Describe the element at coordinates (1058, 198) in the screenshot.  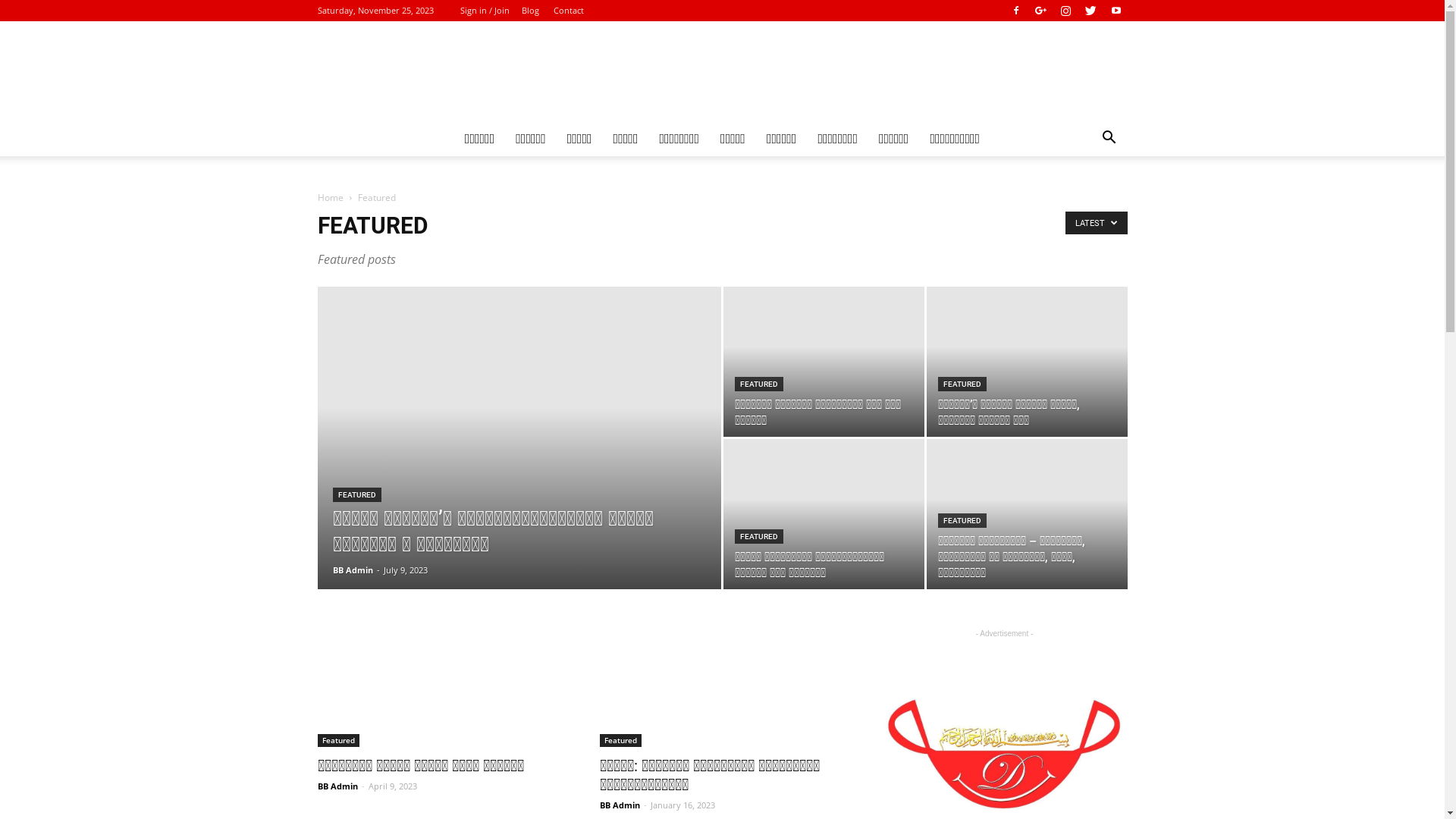
I see `'Search'` at that location.